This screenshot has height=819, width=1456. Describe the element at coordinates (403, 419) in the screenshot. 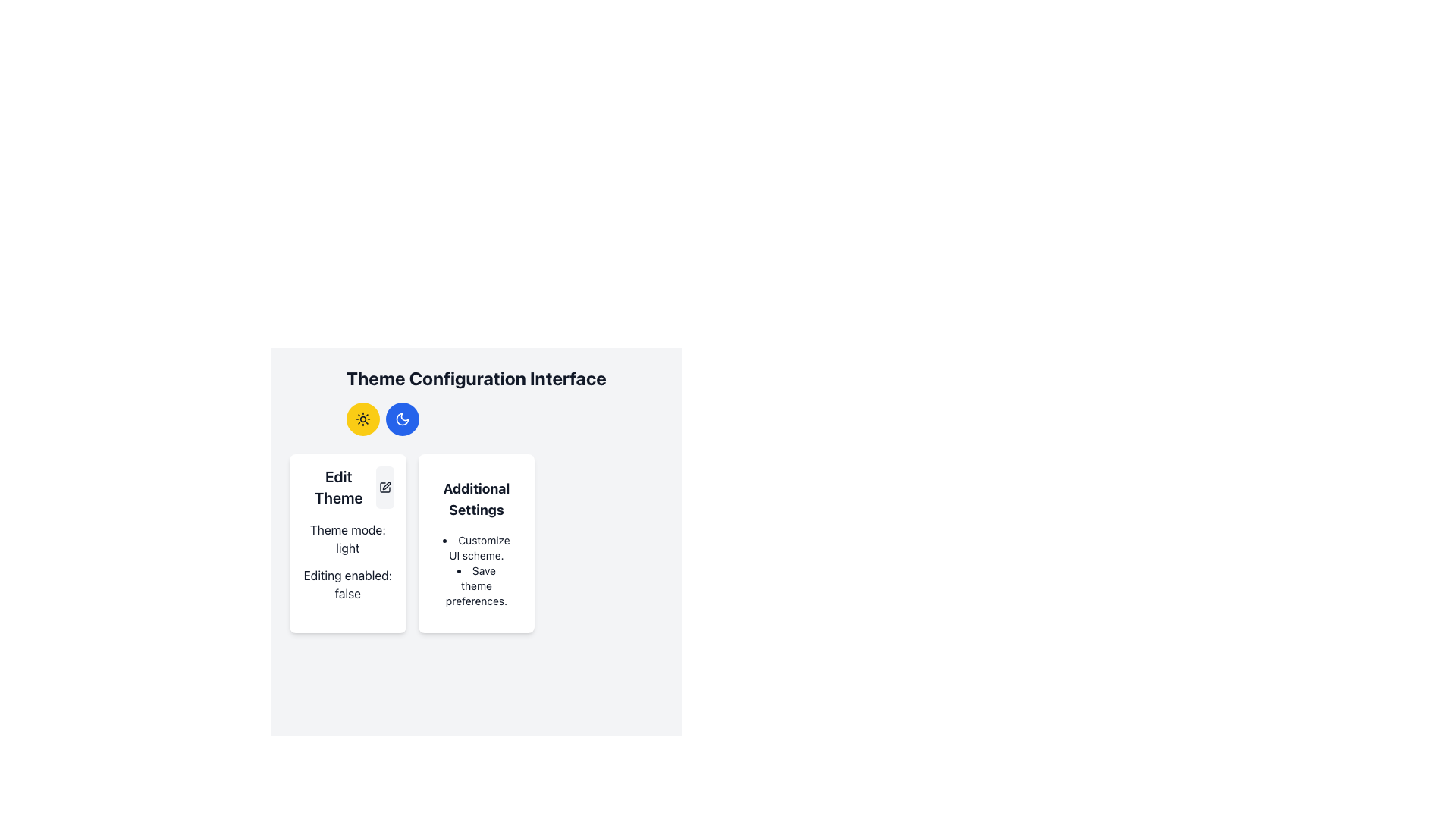

I see `the toggle button for enabling the dark theme located in the Theme Configuration Interface, which is the second button after the yellow sun button` at that location.